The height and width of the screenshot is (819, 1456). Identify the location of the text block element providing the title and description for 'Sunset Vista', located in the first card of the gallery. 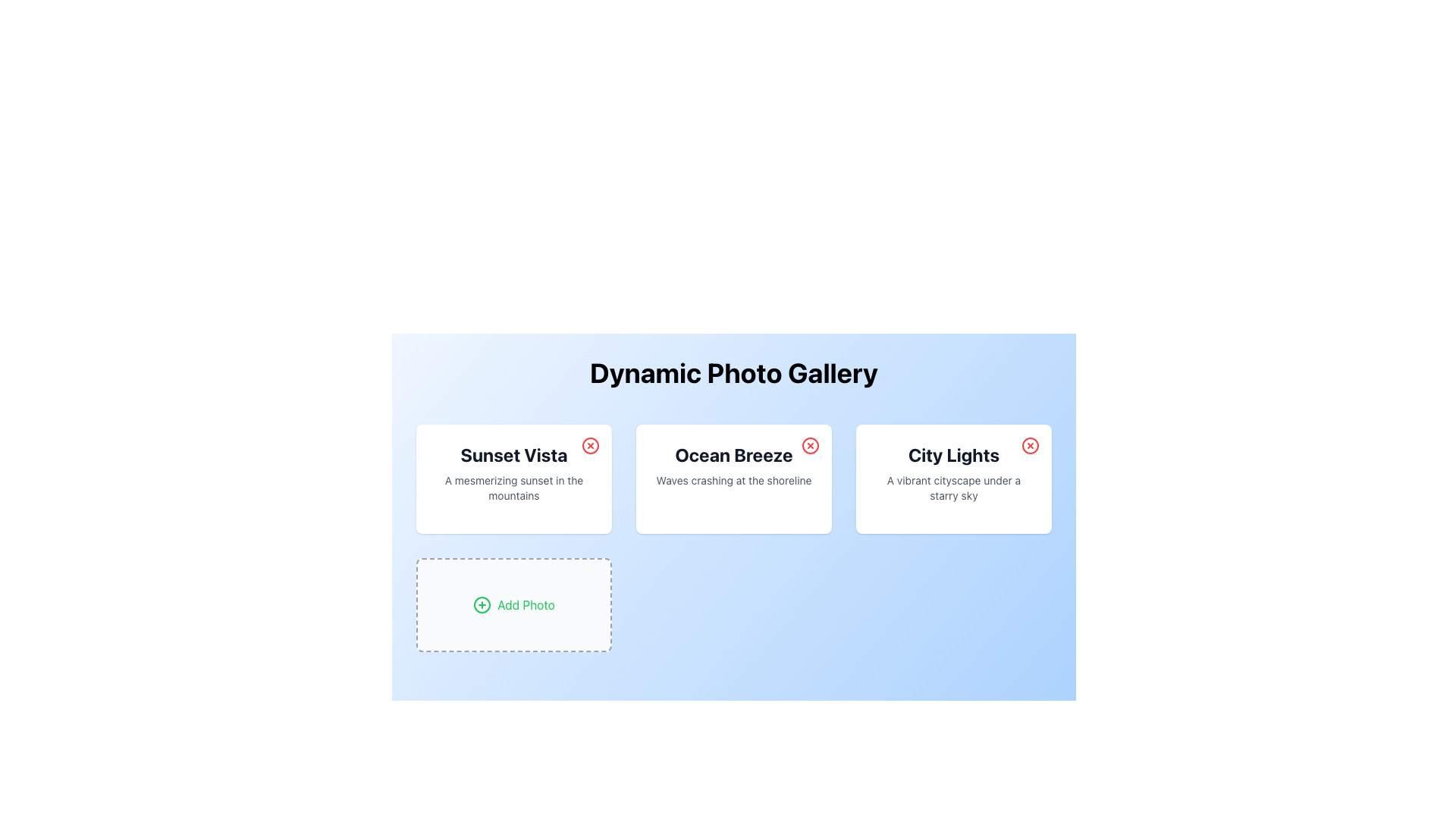
(513, 472).